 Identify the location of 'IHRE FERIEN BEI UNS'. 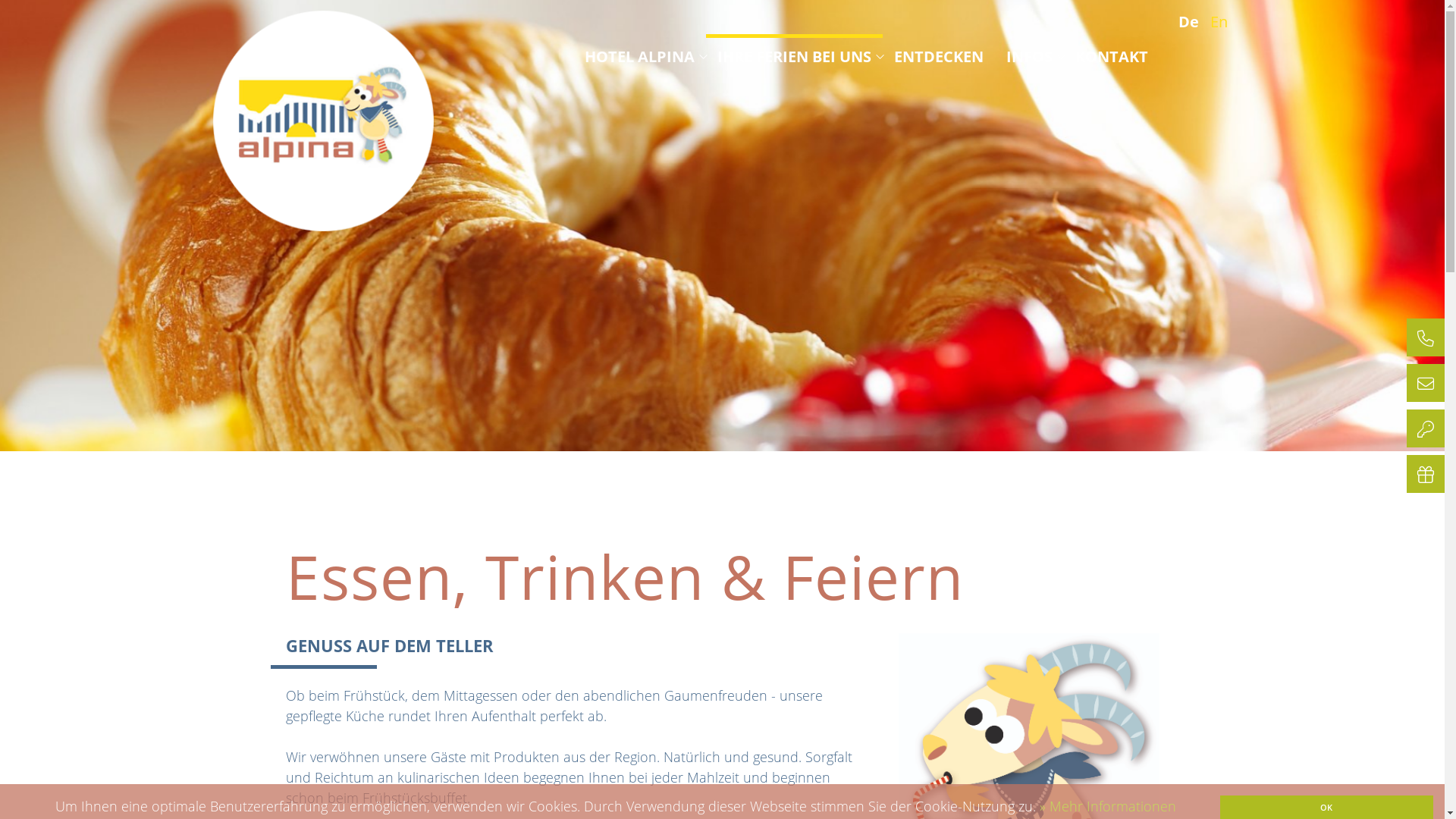
(793, 55).